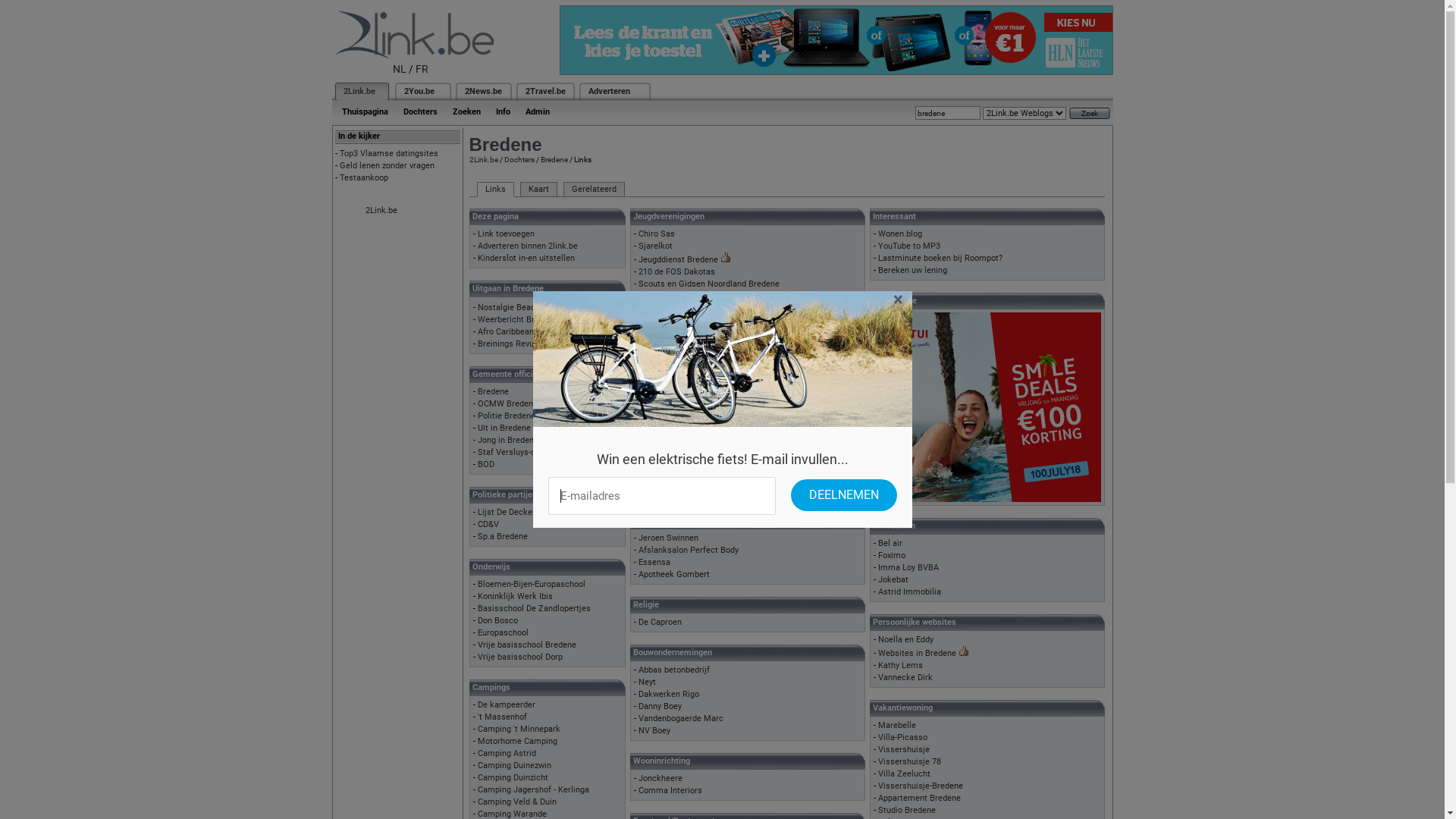 Image resolution: width=1456 pixels, height=819 pixels. Describe the element at coordinates (892, 555) in the screenshot. I see `'Foximo'` at that location.